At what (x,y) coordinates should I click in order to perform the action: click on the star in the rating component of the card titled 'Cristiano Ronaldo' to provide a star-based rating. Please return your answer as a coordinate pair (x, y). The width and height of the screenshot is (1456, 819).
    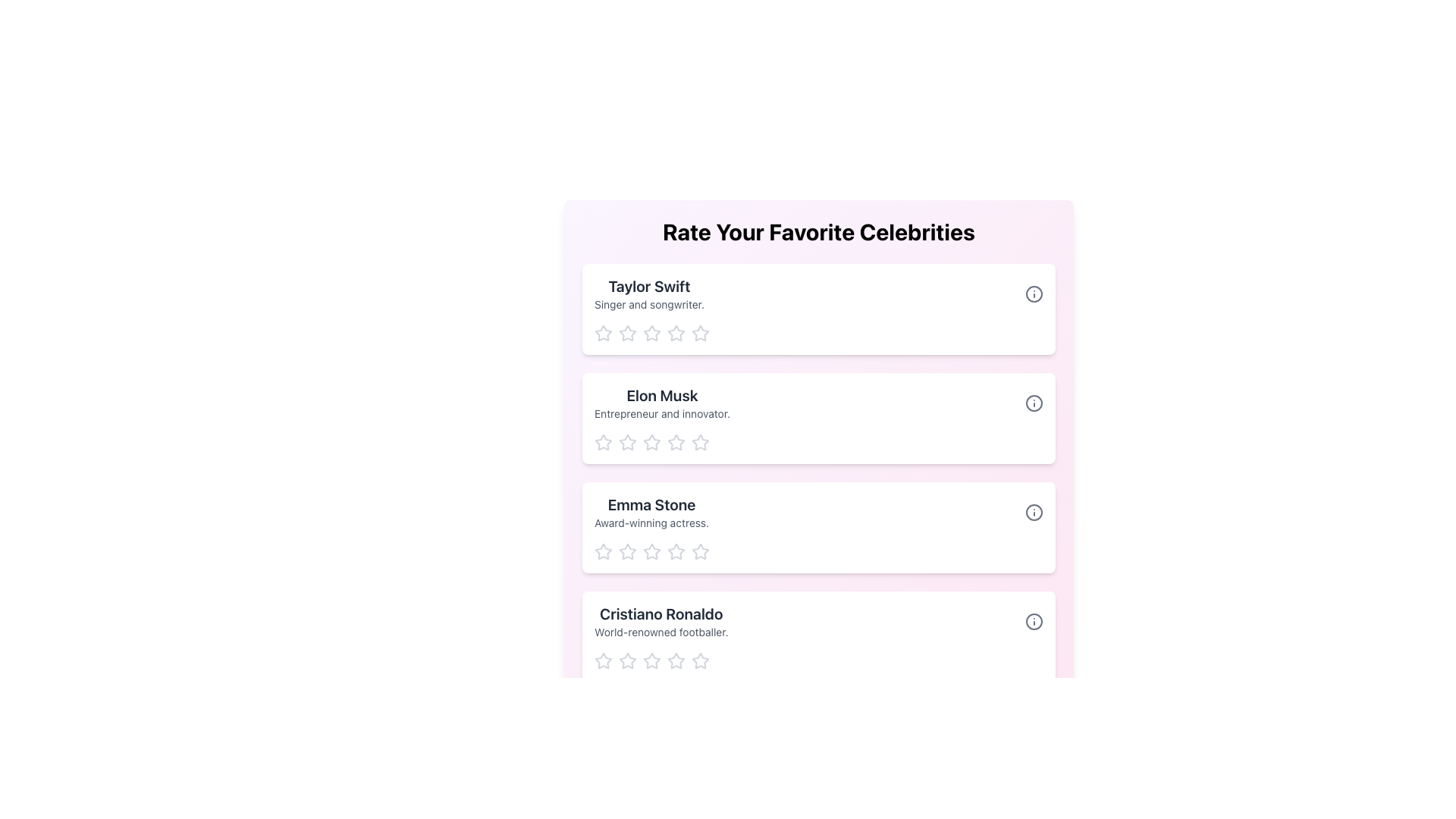
    Looking at the image, I should click on (818, 654).